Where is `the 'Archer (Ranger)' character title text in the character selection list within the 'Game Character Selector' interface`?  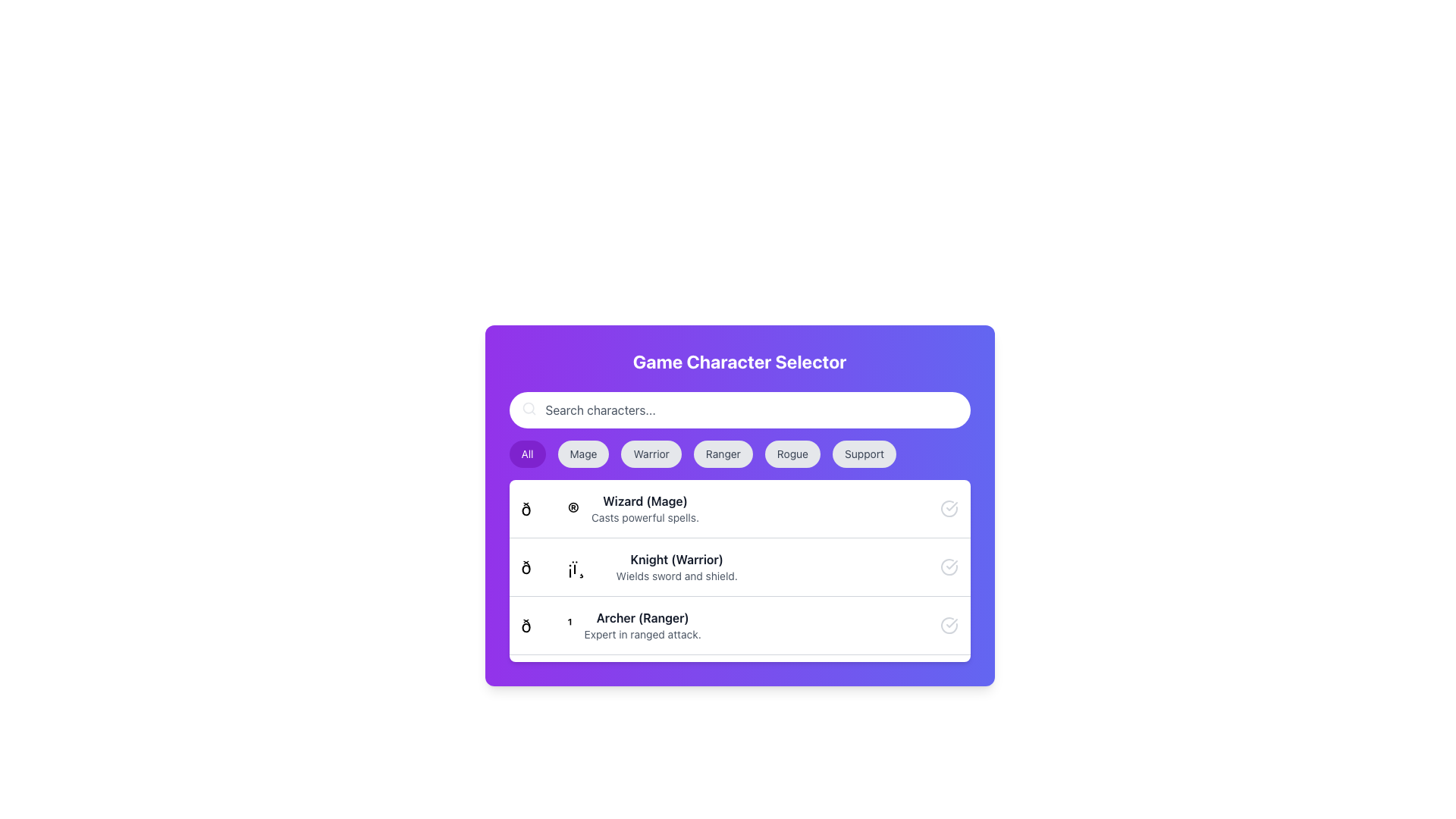 the 'Archer (Ranger)' character title text in the character selection list within the 'Game Character Selector' interface is located at coordinates (642, 617).